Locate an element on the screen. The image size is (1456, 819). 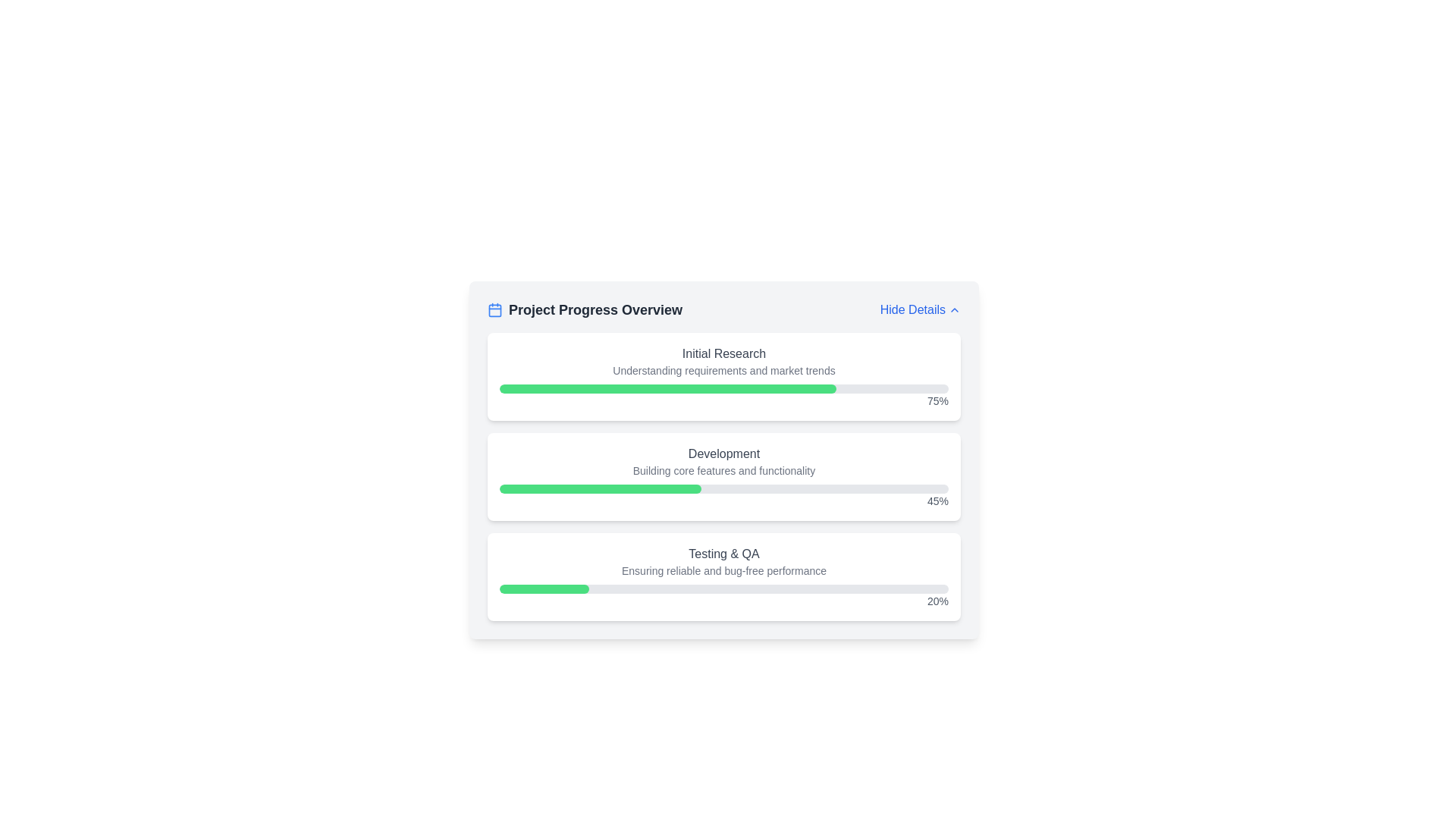
the text element reading 'Understanding requirements and market trends' which is positioned below the title 'Initial Research' in a card layout is located at coordinates (723, 371).